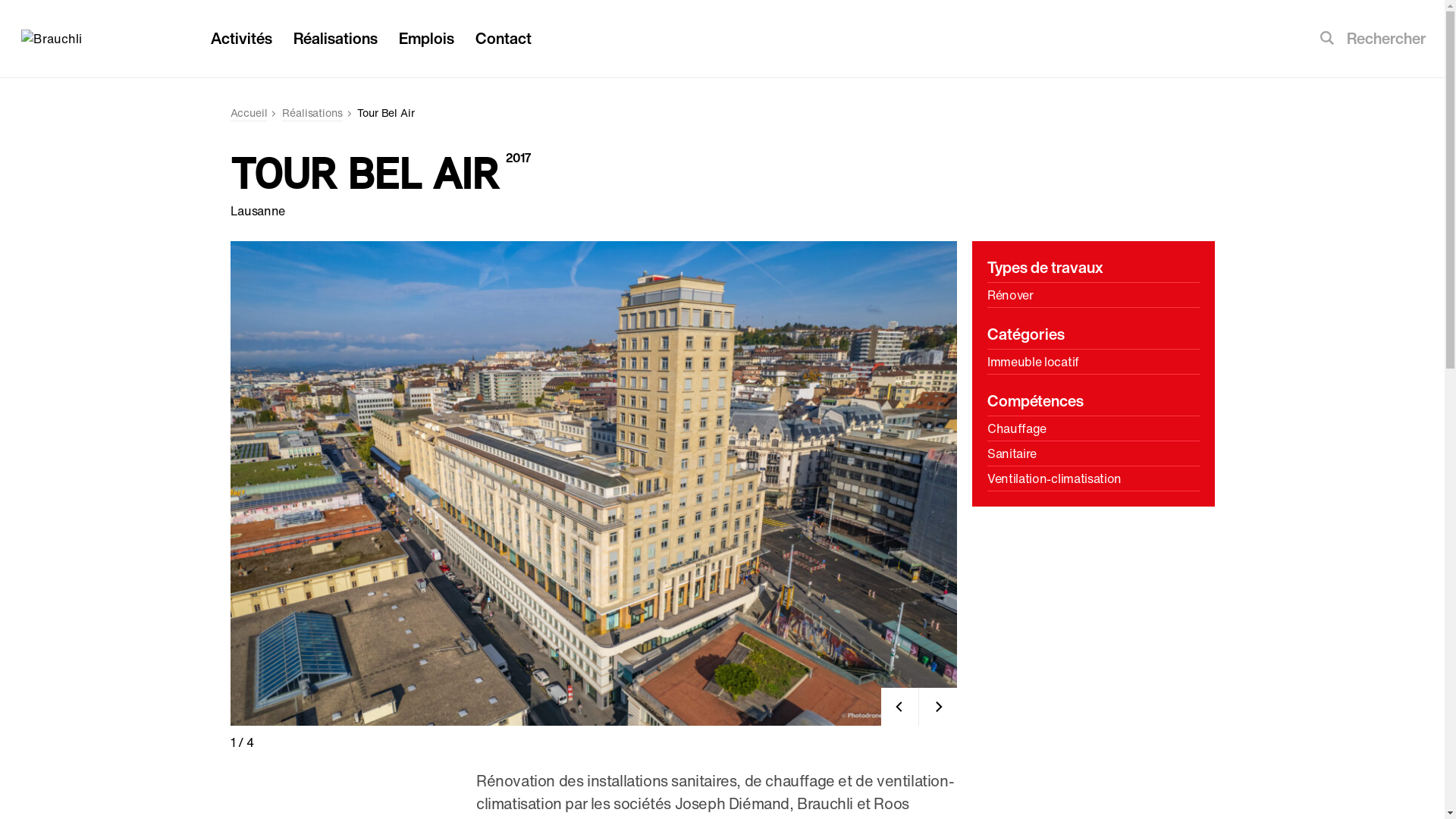 This screenshot has width=1456, height=819. I want to click on 'Contact', so click(475, 37).